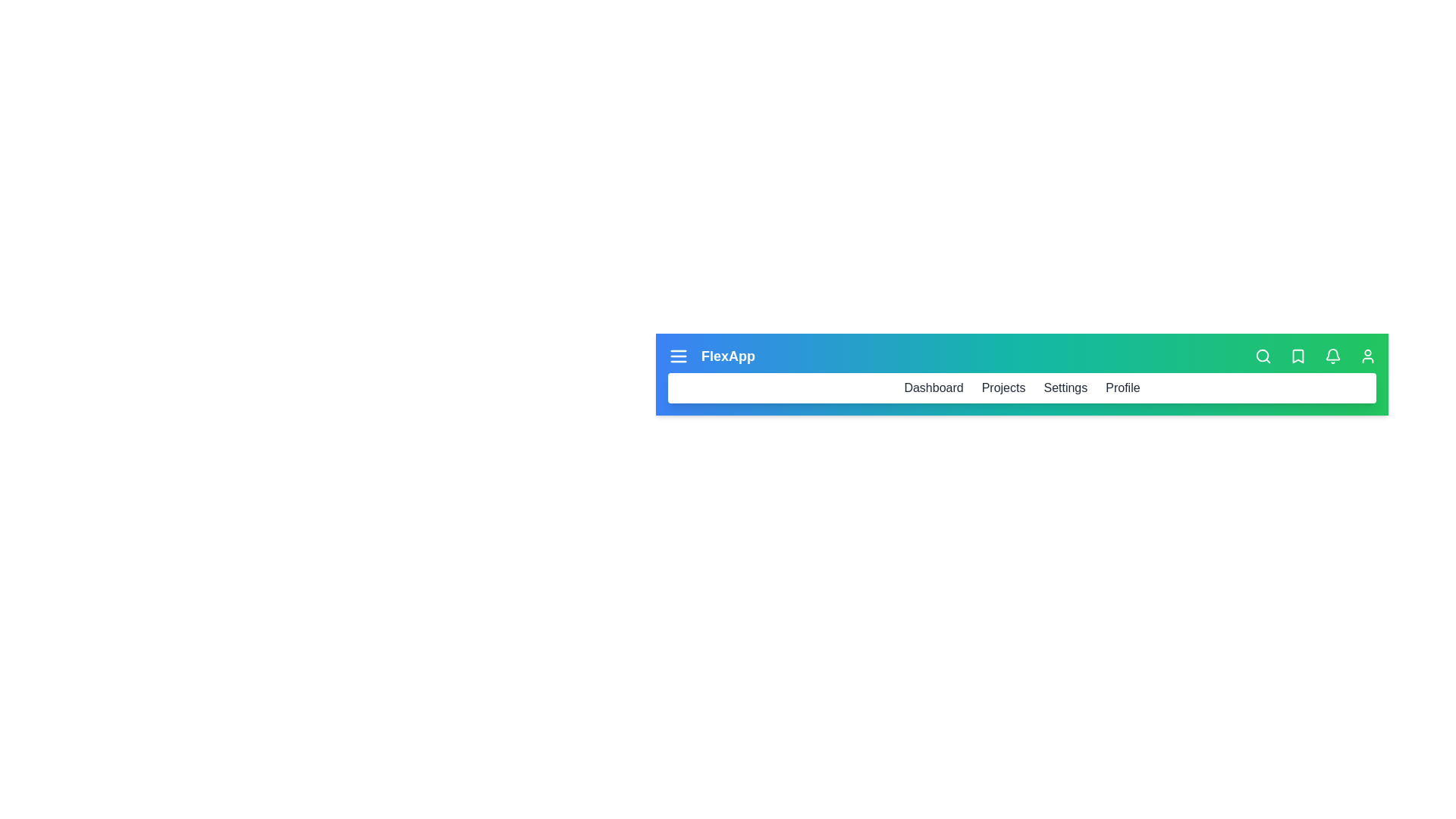  What do you see at coordinates (728, 356) in the screenshot?
I see `the title 'FlexApp' displayed in the app bar` at bounding box center [728, 356].